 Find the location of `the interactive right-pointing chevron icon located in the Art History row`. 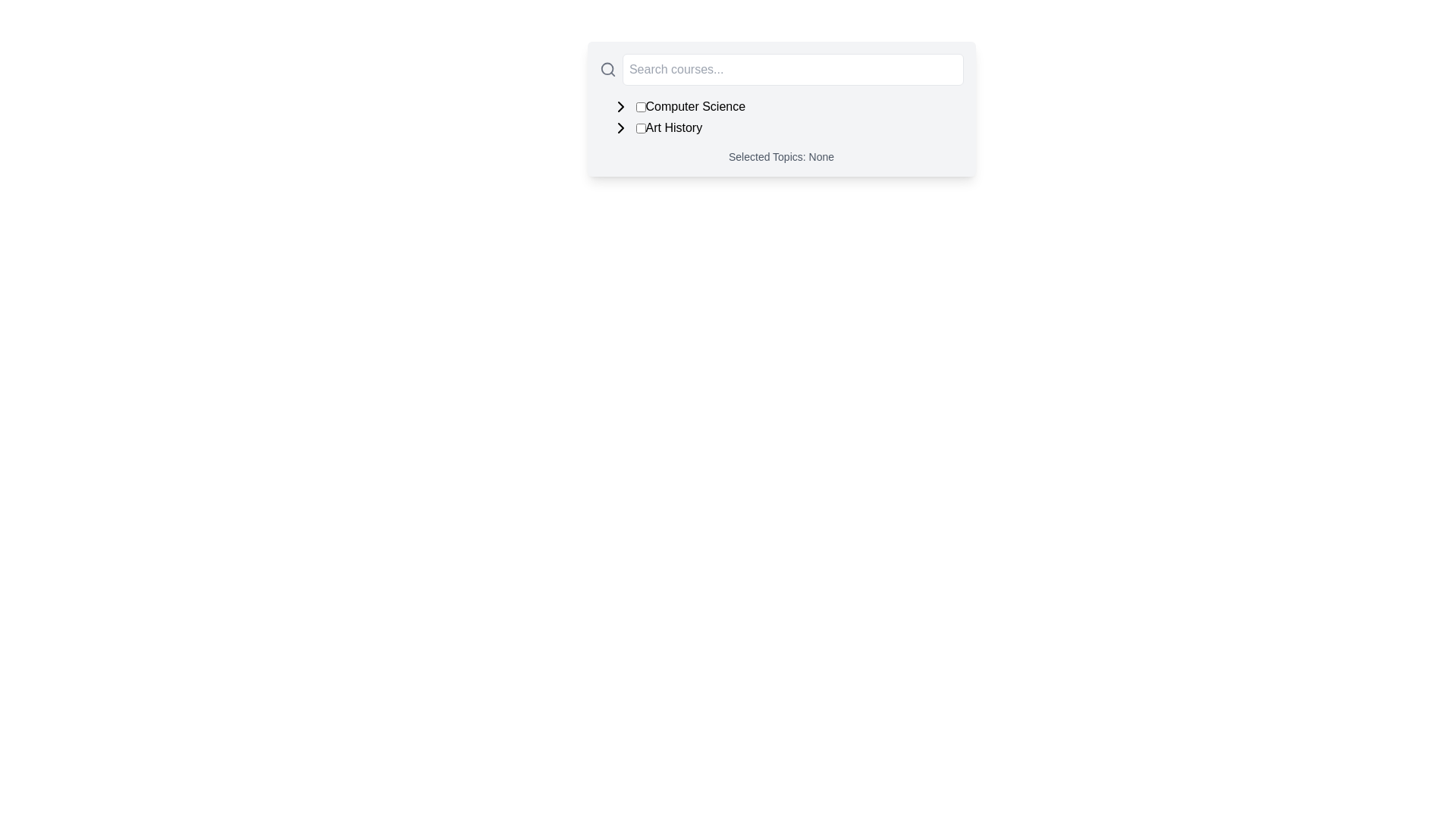

the interactive right-pointing chevron icon located in the Art History row is located at coordinates (620, 127).